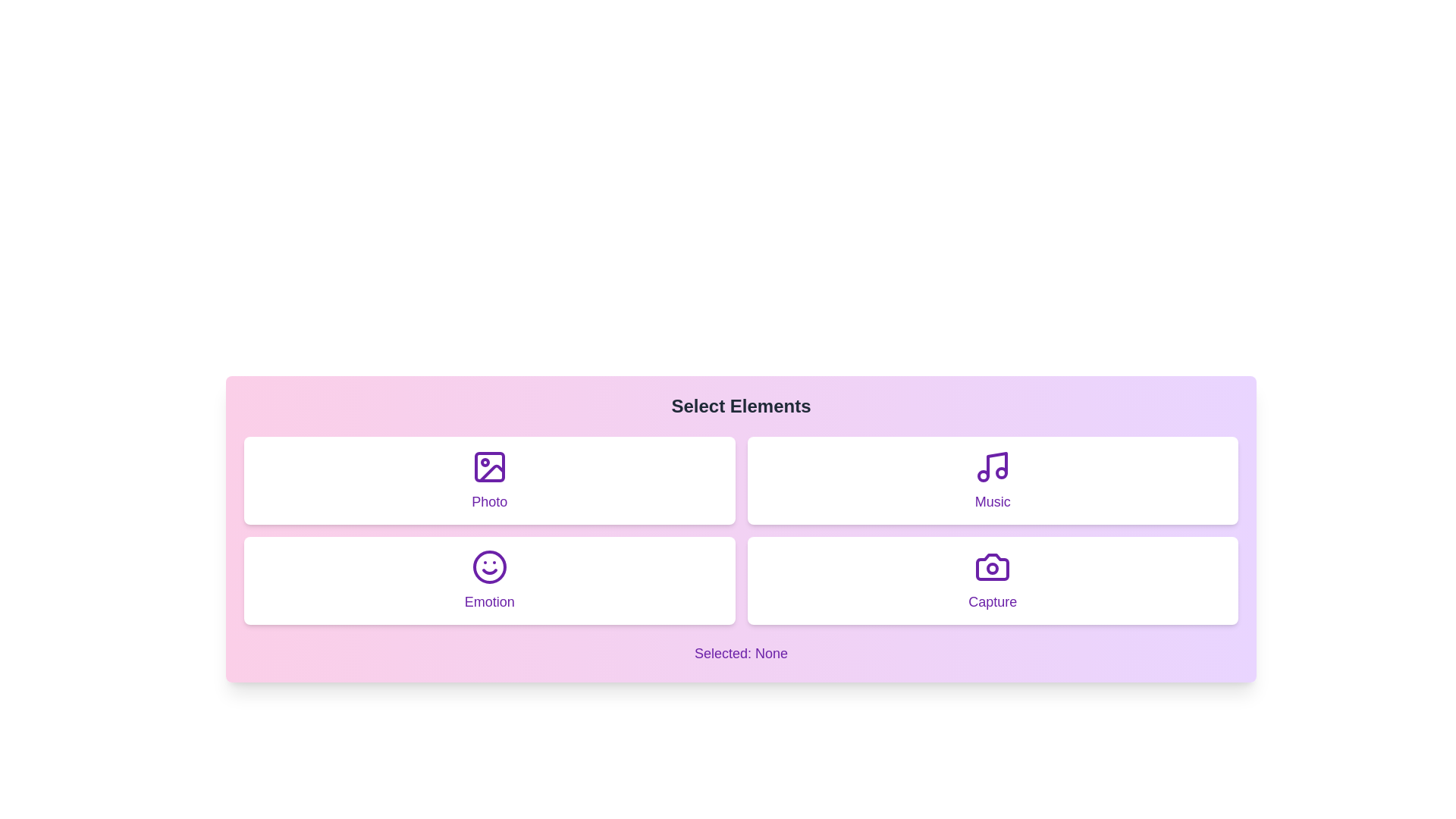 The image size is (1456, 819). What do you see at coordinates (489, 580) in the screenshot?
I see `the element Emotion by clicking on its corresponding button` at bounding box center [489, 580].